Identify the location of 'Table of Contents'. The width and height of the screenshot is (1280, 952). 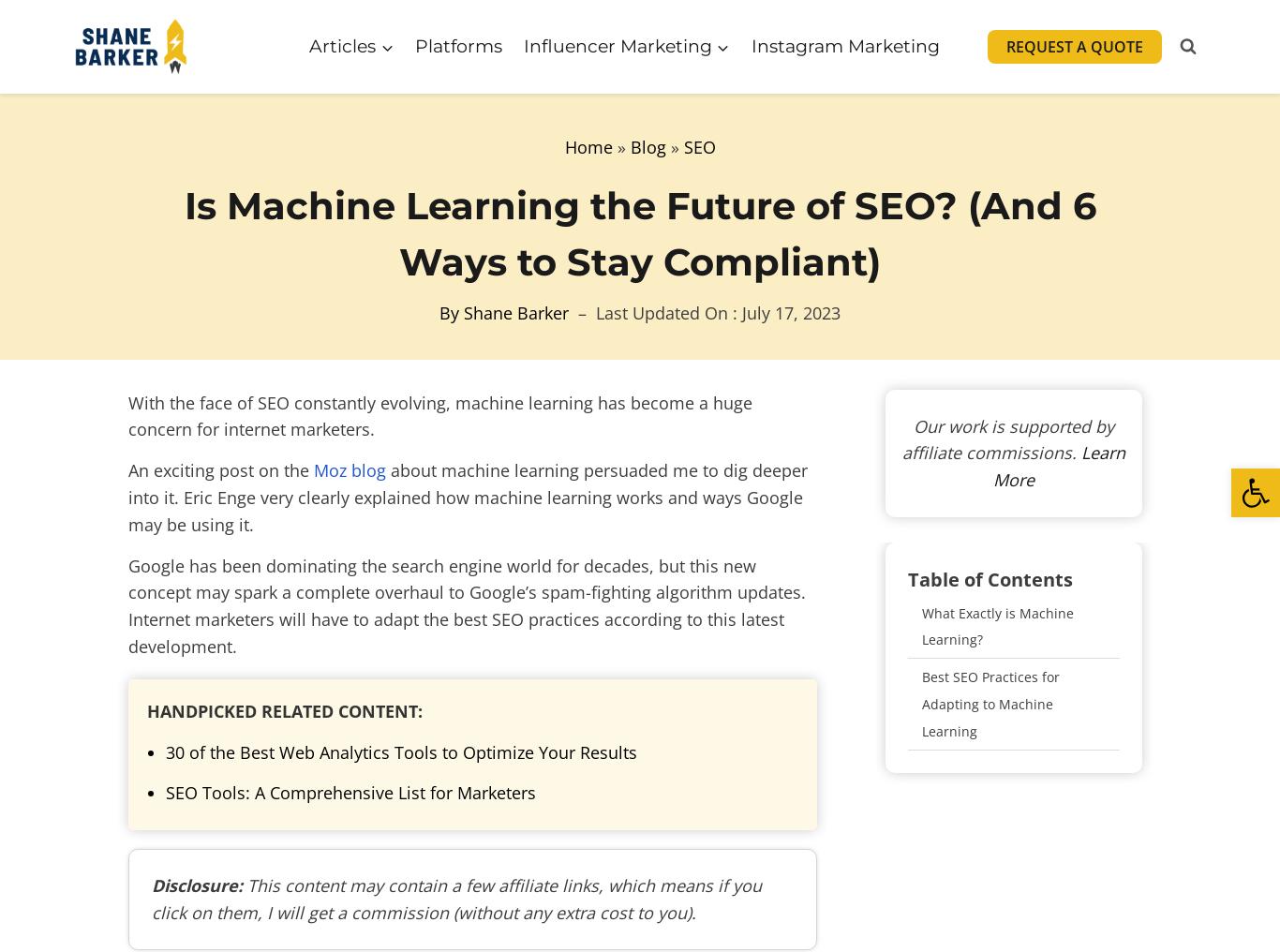
(990, 578).